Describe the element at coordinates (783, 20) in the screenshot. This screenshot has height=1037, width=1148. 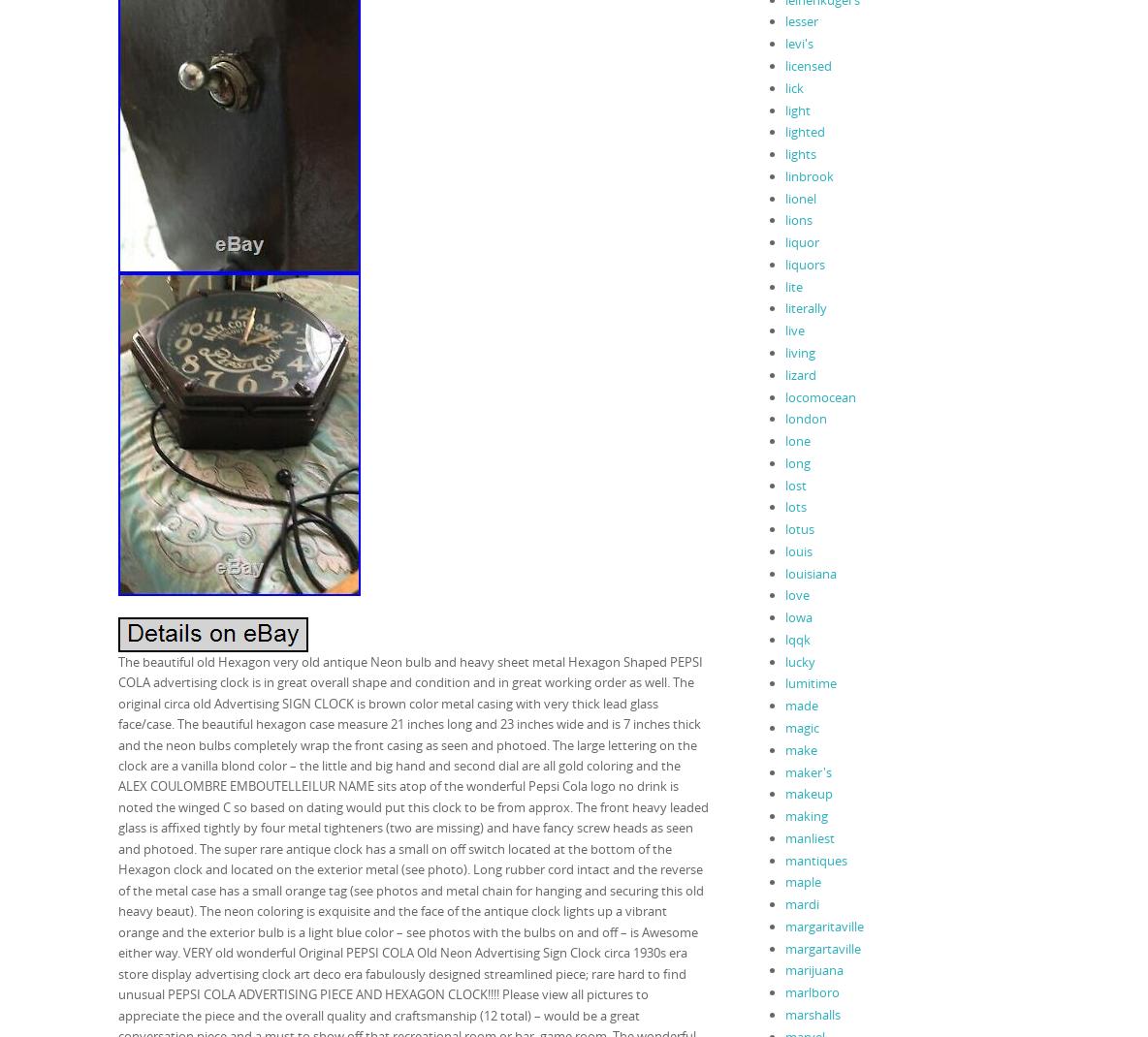
I see `'lesser'` at that location.